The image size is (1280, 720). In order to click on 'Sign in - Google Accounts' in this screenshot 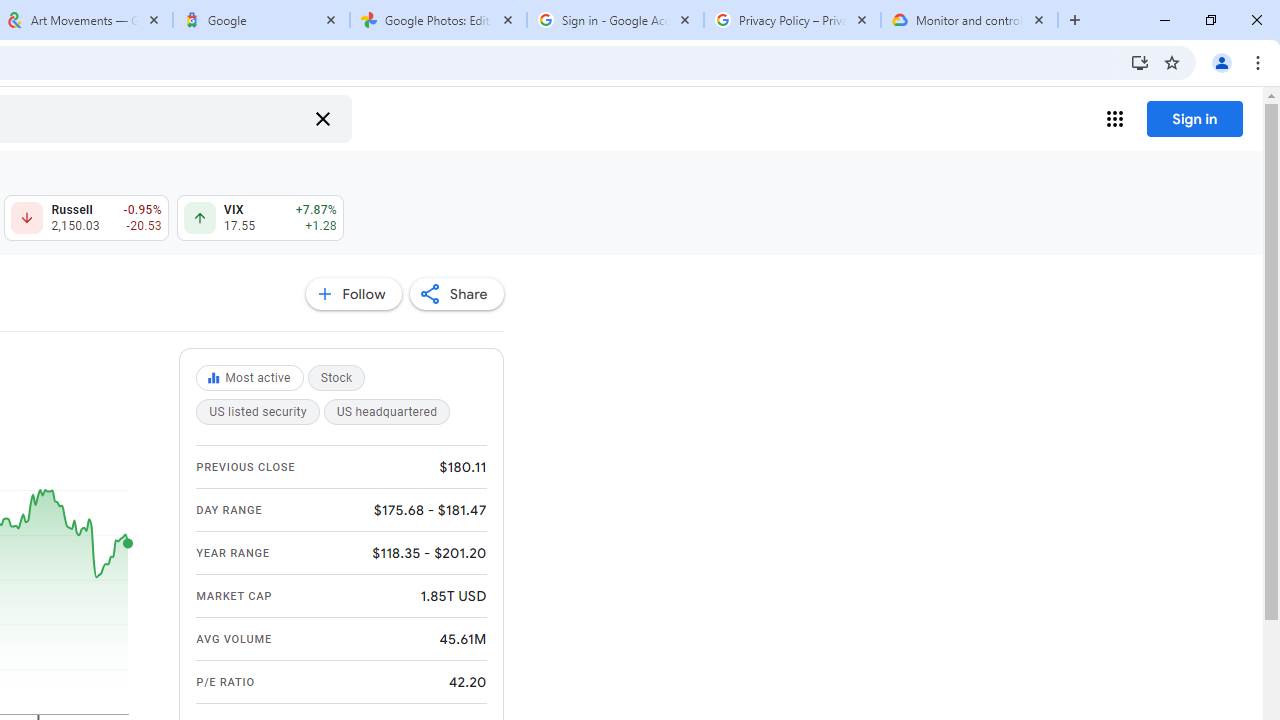, I will do `click(614, 20)`.